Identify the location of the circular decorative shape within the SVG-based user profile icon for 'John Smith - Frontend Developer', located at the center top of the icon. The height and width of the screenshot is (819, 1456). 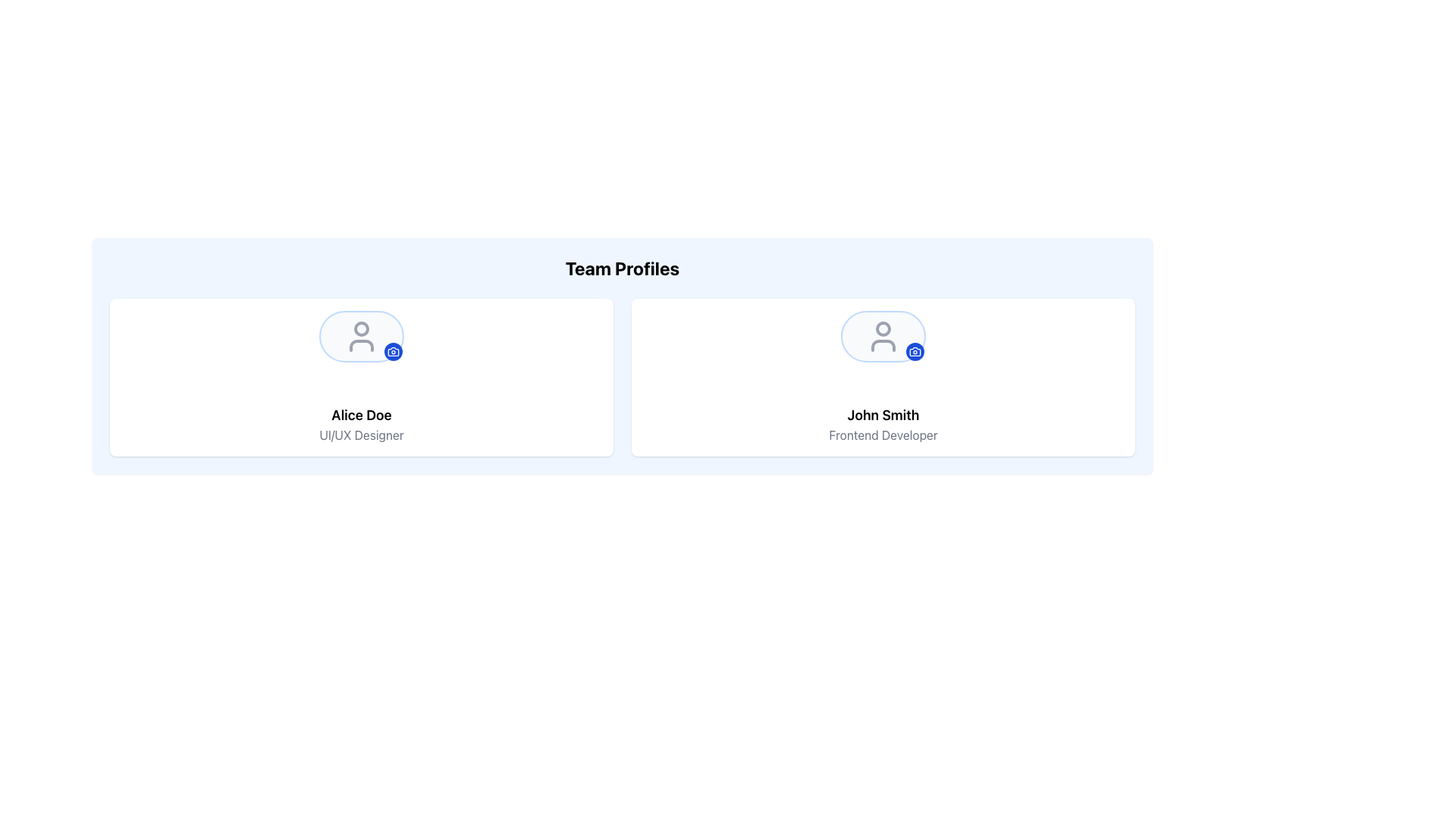
(883, 328).